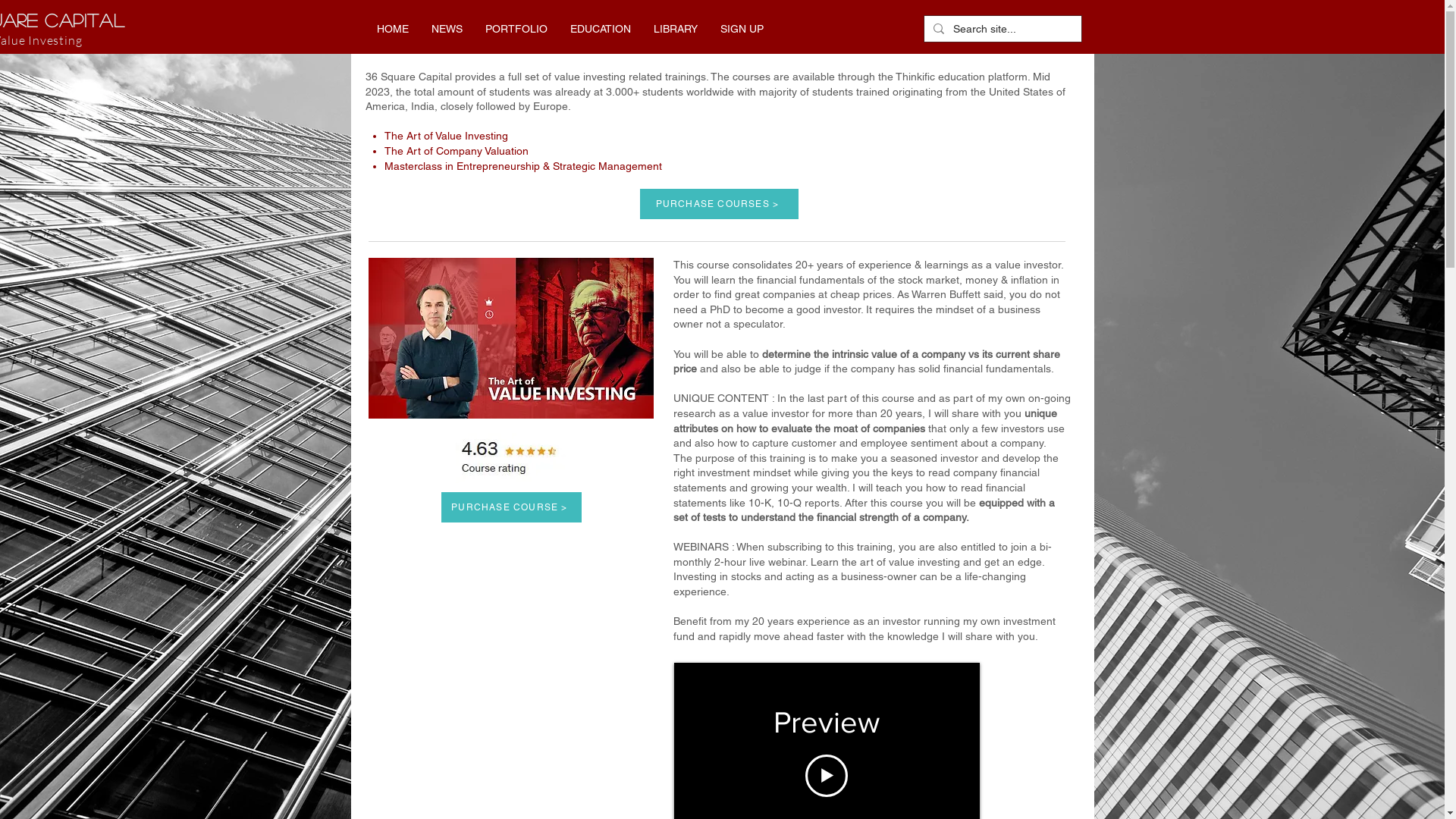 The image size is (1456, 819). What do you see at coordinates (640, 203) in the screenshot?
I see `'PURCHASE COURSES >'` at bounding box center [640, 203].